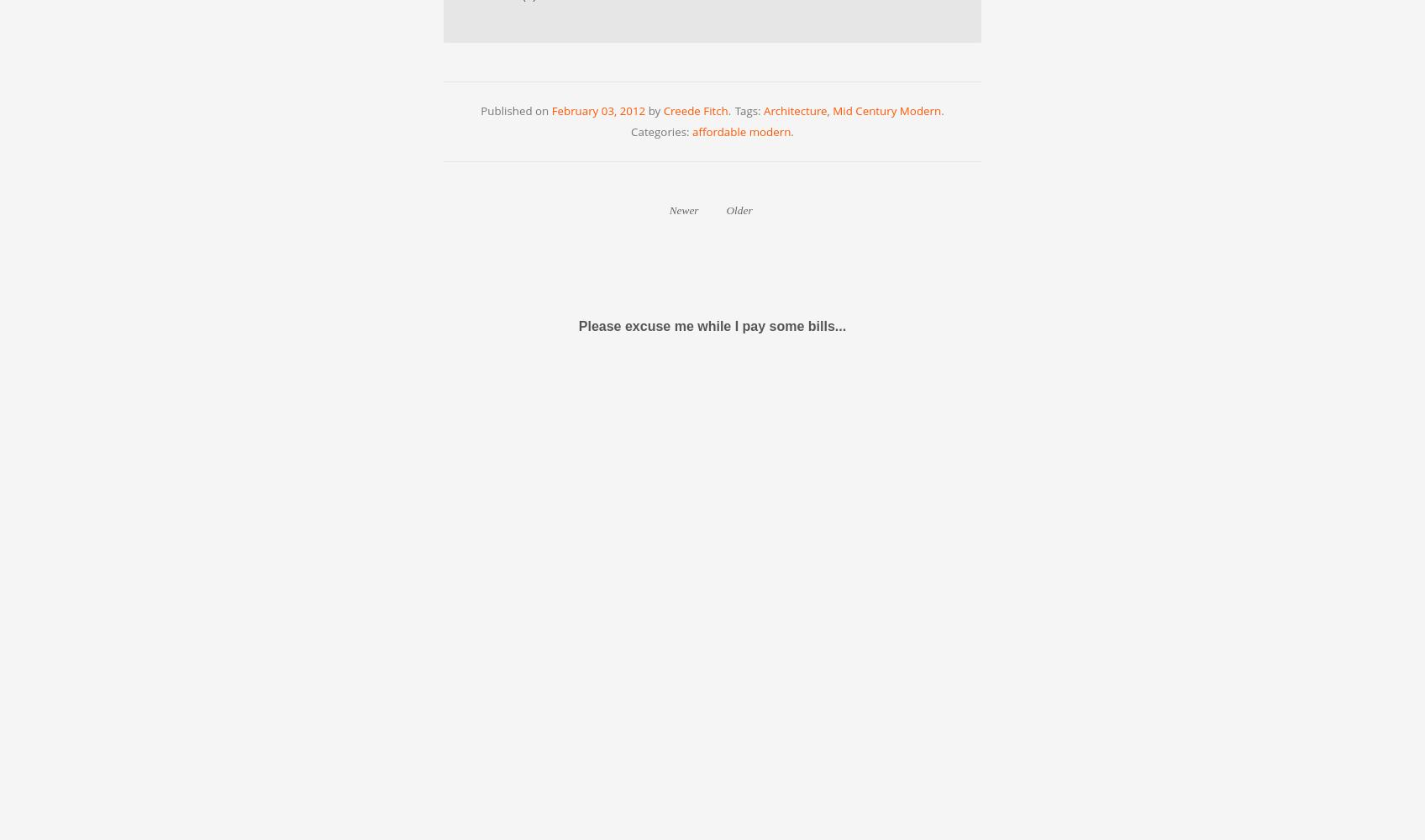  Describe the element at coordinates (660, 132) in the screenshot. I see `'Categories:'` at that location.